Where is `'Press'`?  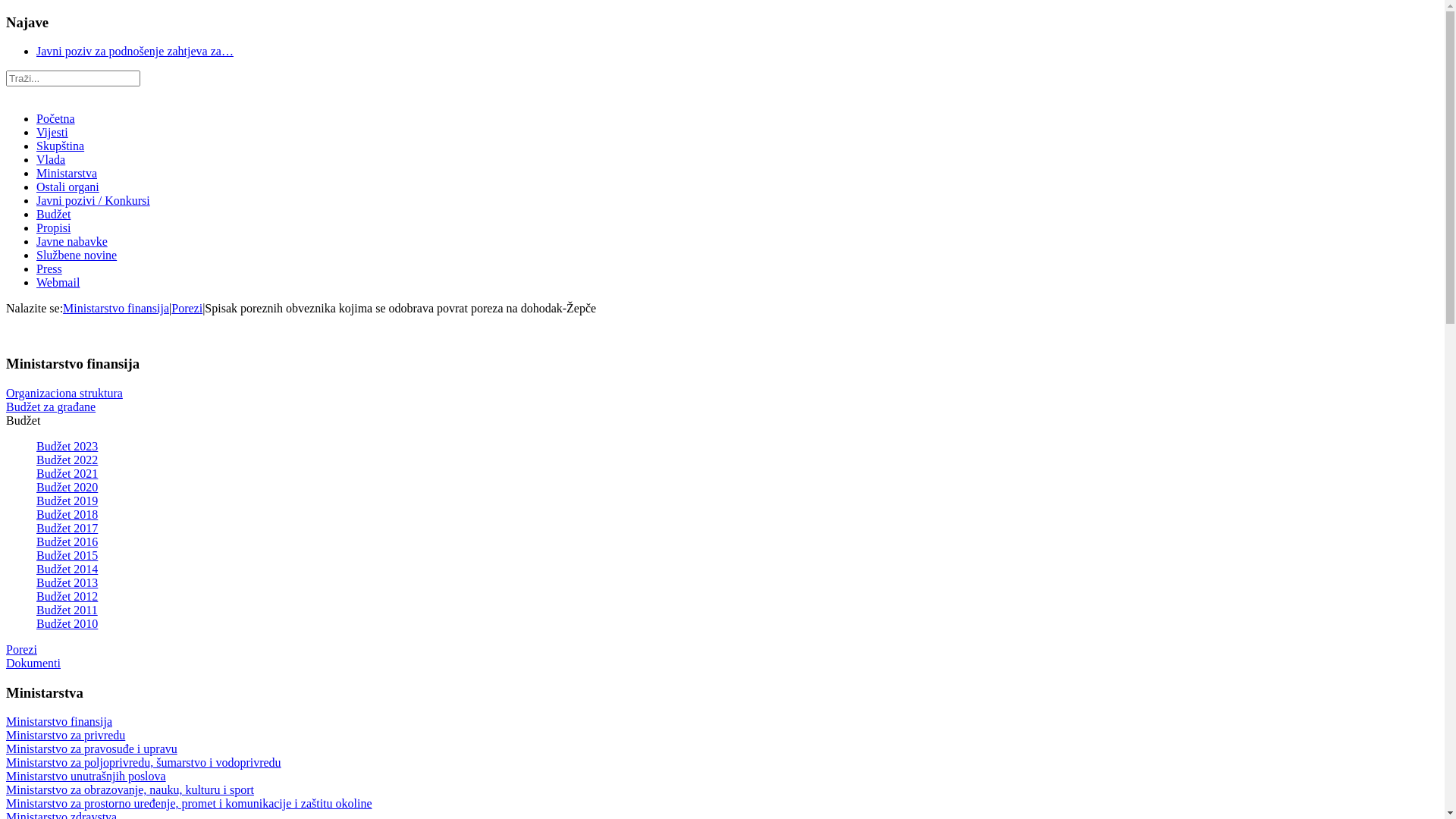
'Press' is located at coordinates (49, 268).